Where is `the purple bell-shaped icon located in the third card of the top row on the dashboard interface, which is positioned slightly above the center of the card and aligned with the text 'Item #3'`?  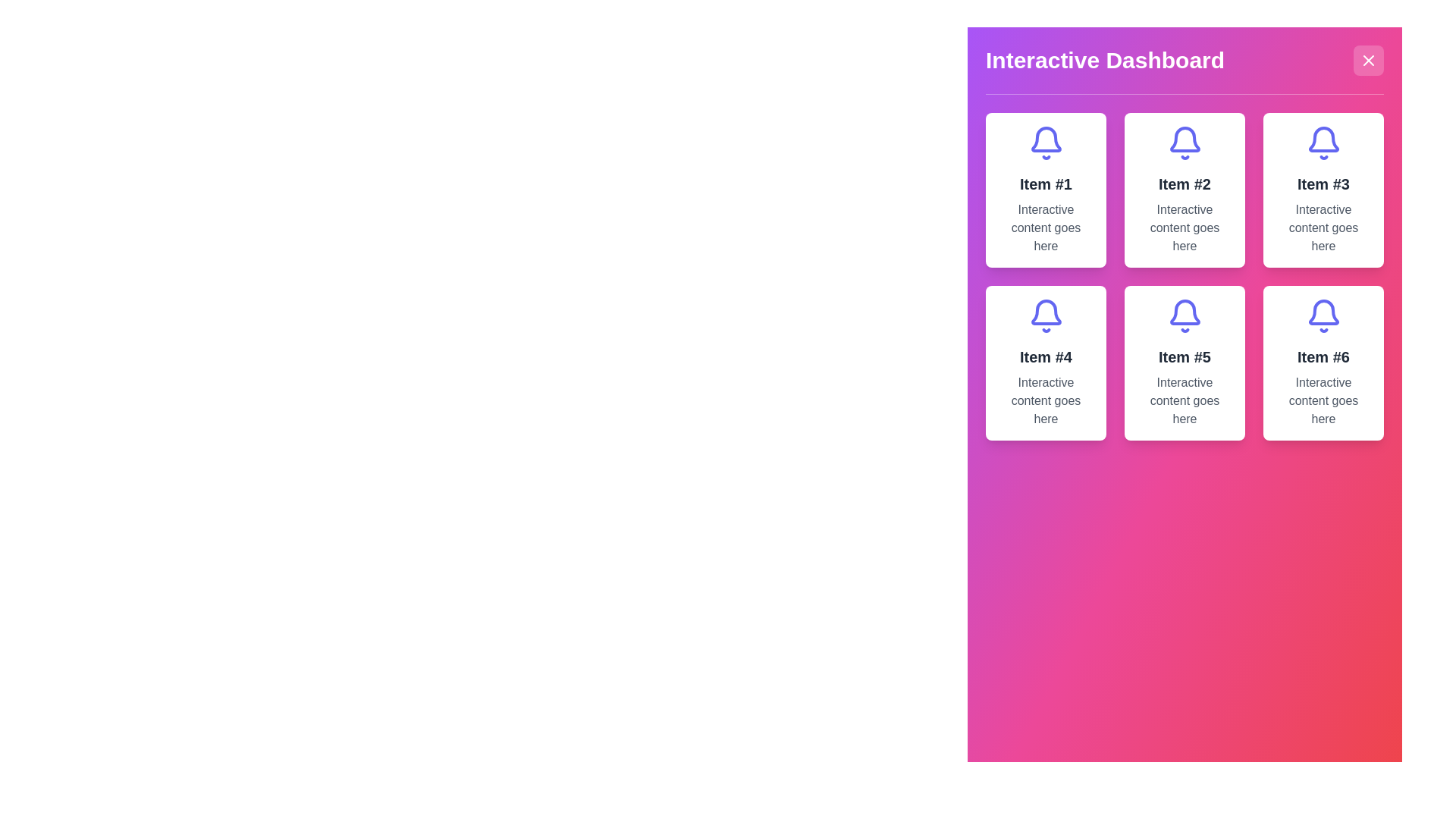 the purple bell-shaped icon located in the third card of the top row on the dashboard interface, which is positioned slightly above the center of the card and aligned with the text 'Item #3' is located at coordinates (1323, 140).